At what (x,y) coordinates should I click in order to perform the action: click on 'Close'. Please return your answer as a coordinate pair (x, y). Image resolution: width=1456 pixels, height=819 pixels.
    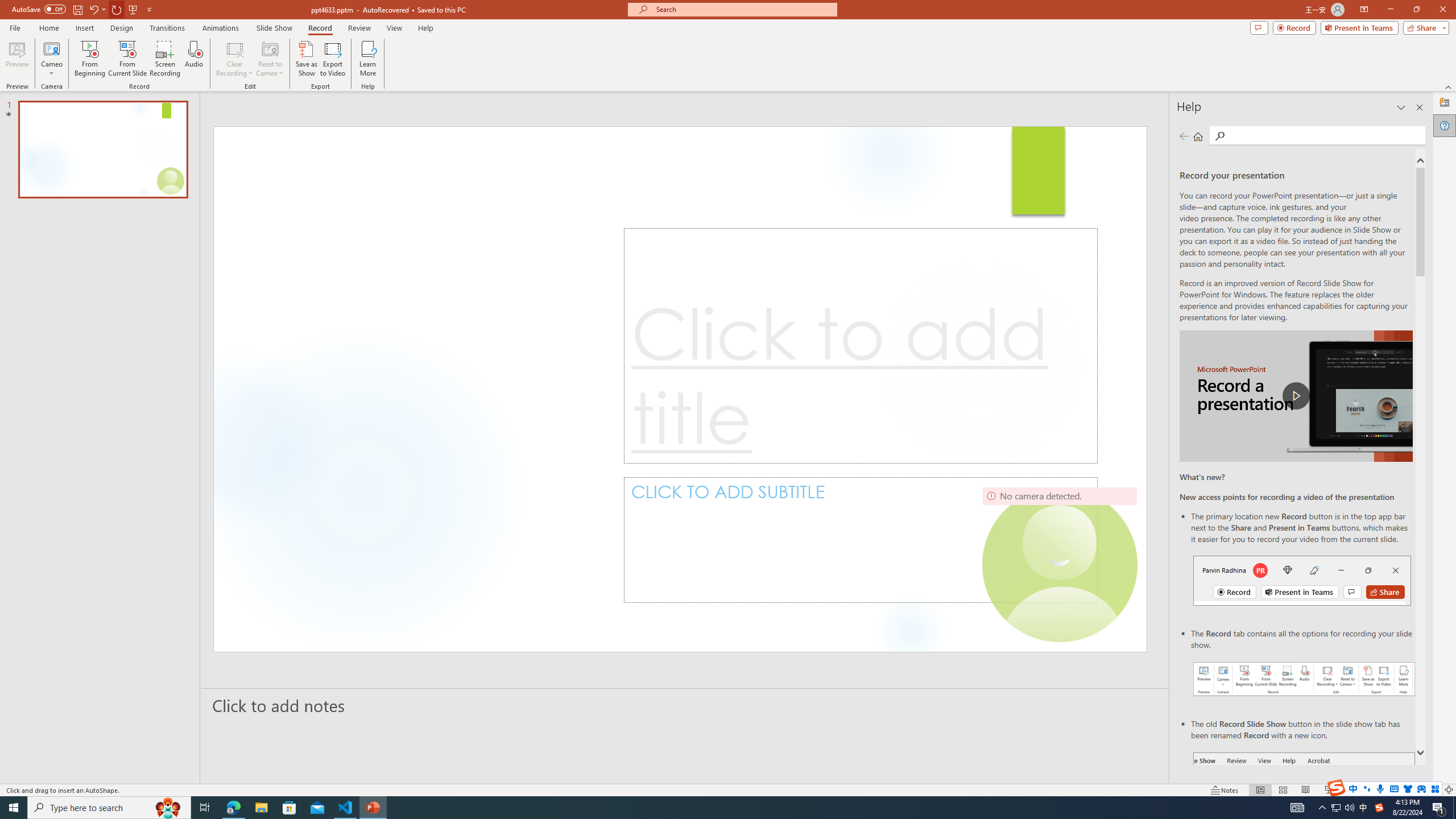
    Looking at the image, I should click on (1442, 9).